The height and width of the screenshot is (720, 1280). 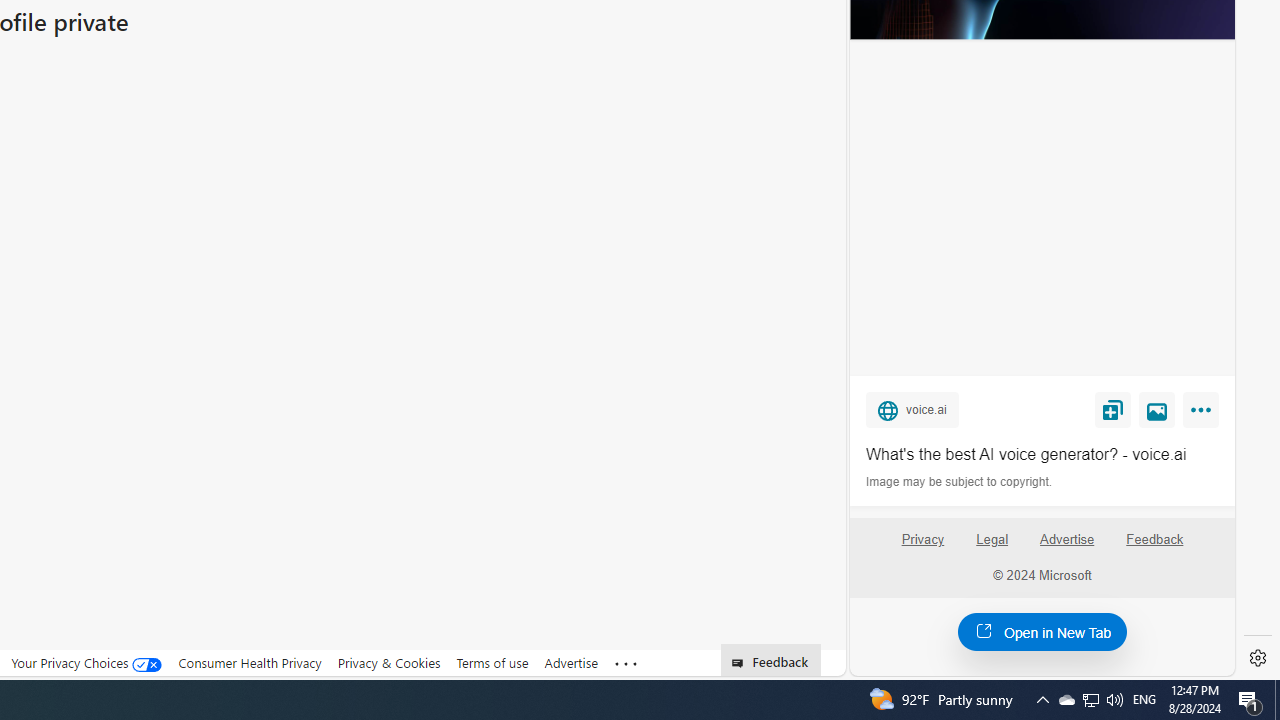 I want to click on 'Legal', so click(x=992, y=538).